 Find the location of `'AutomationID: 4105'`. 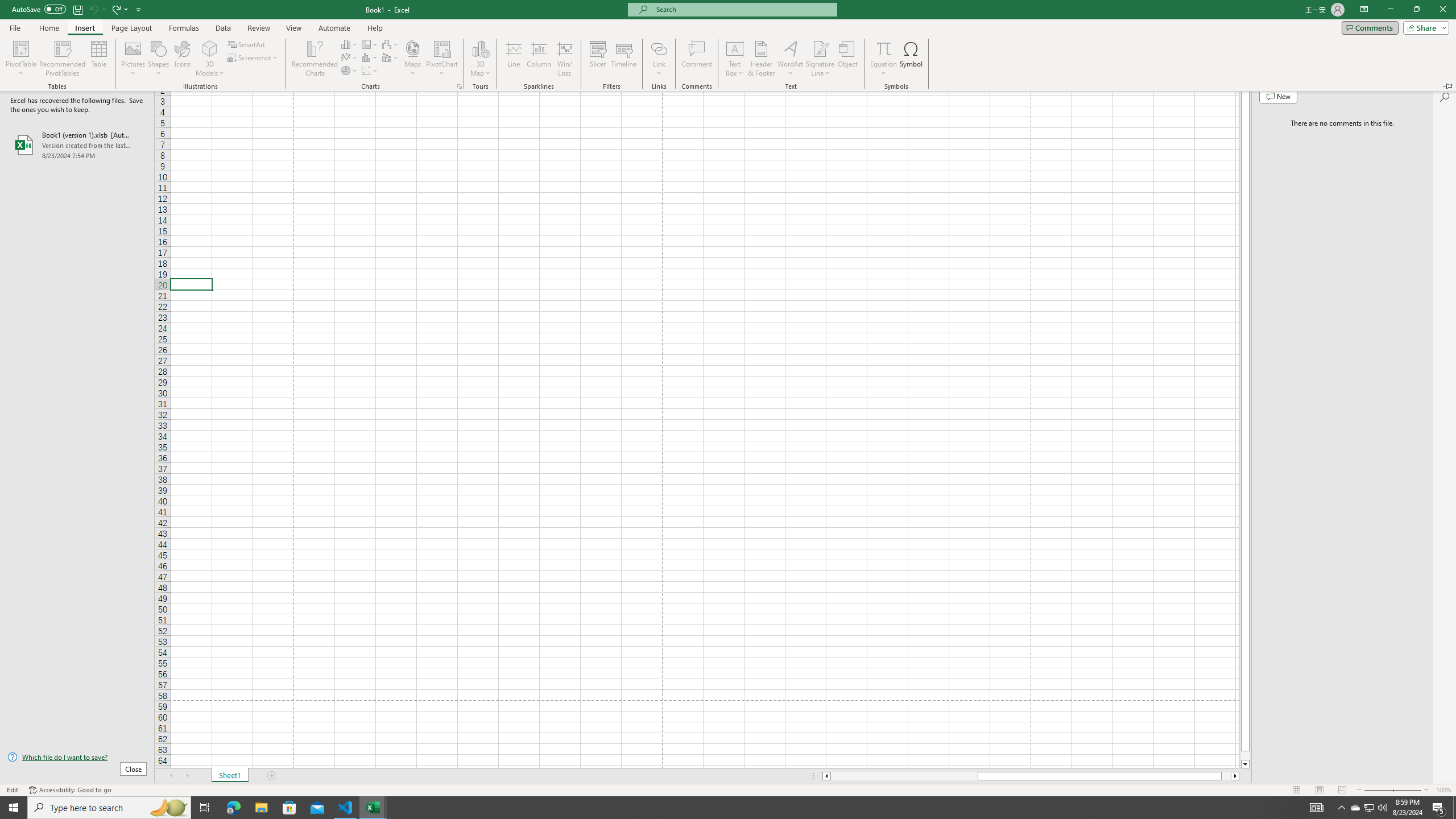

'AutomationID: 4105' is located at coordinates (1355, 806).